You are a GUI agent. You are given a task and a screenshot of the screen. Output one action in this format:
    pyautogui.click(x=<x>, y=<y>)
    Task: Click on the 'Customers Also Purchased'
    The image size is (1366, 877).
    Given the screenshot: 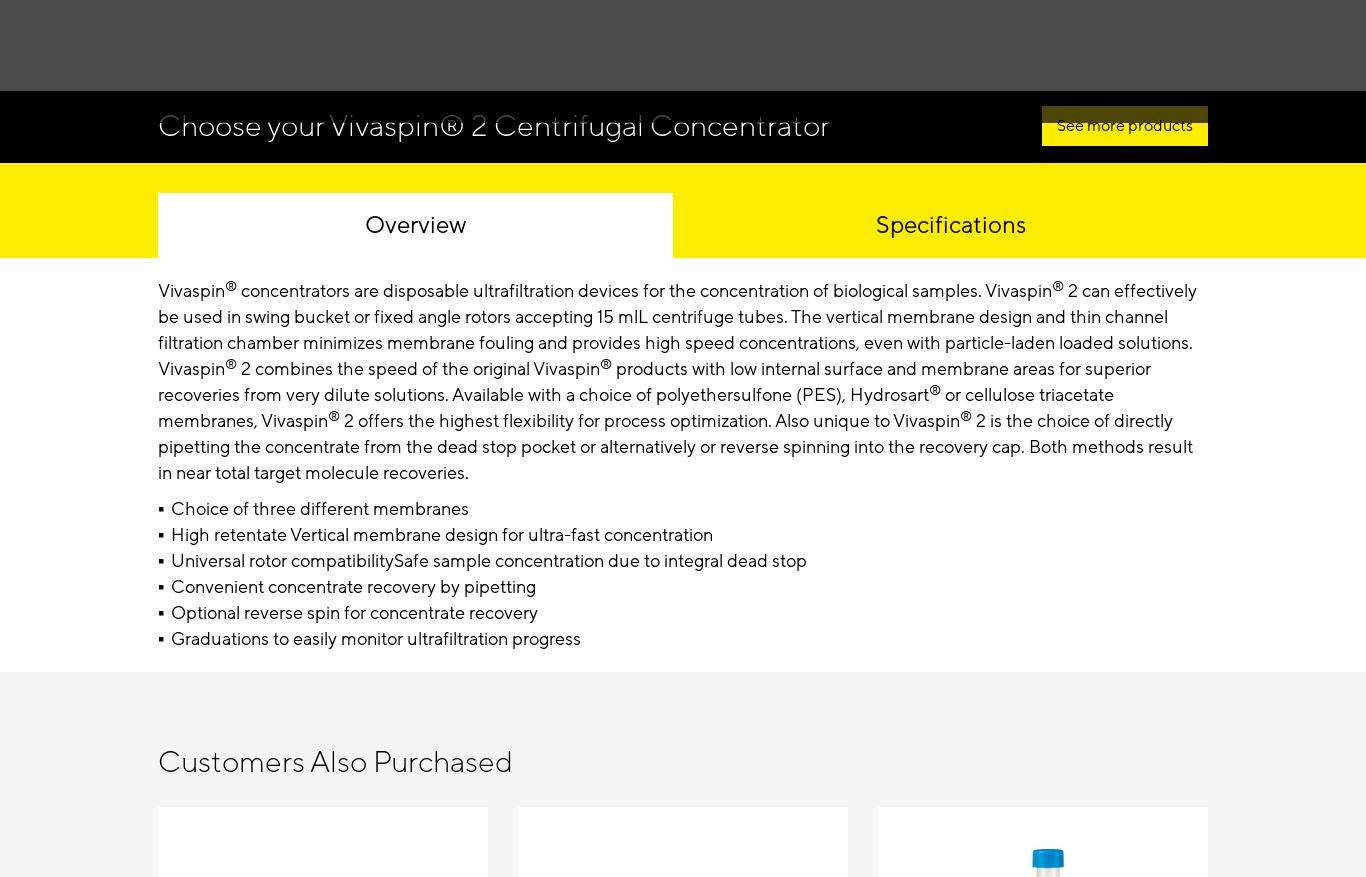 What is the action you would take?
    pyautogui.click(x=335, y=762)
    